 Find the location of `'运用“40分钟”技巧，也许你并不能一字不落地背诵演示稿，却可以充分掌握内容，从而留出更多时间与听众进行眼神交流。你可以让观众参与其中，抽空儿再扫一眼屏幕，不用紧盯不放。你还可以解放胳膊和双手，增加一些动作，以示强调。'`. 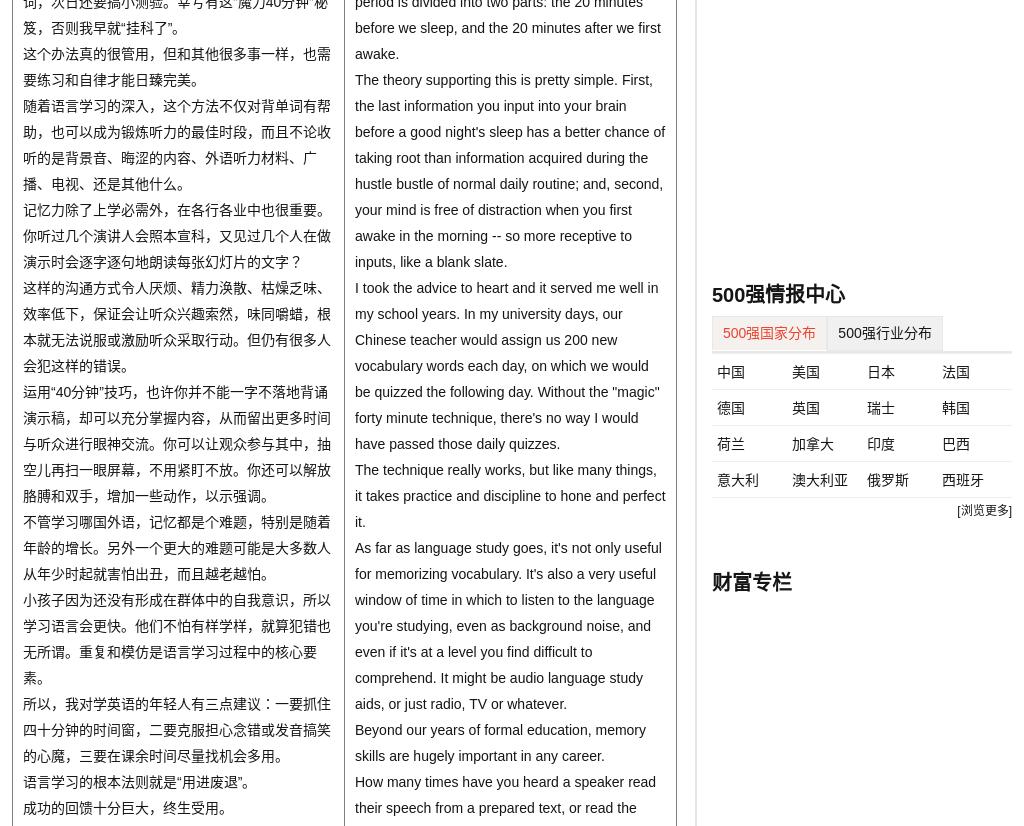

'运用“40分钟”技巧，也许你并不能一字不落地背诵演示稿，却可以充分掌握内容，从而留出更多时间与听众进行眼神交流。你可以让观众参与其中，抽空儿再扫一眼屏幕，不用紧盯不放。你还可以解放胳膊和双手，增加一些动作，以示强调。' is located at coordinates (177, 442).